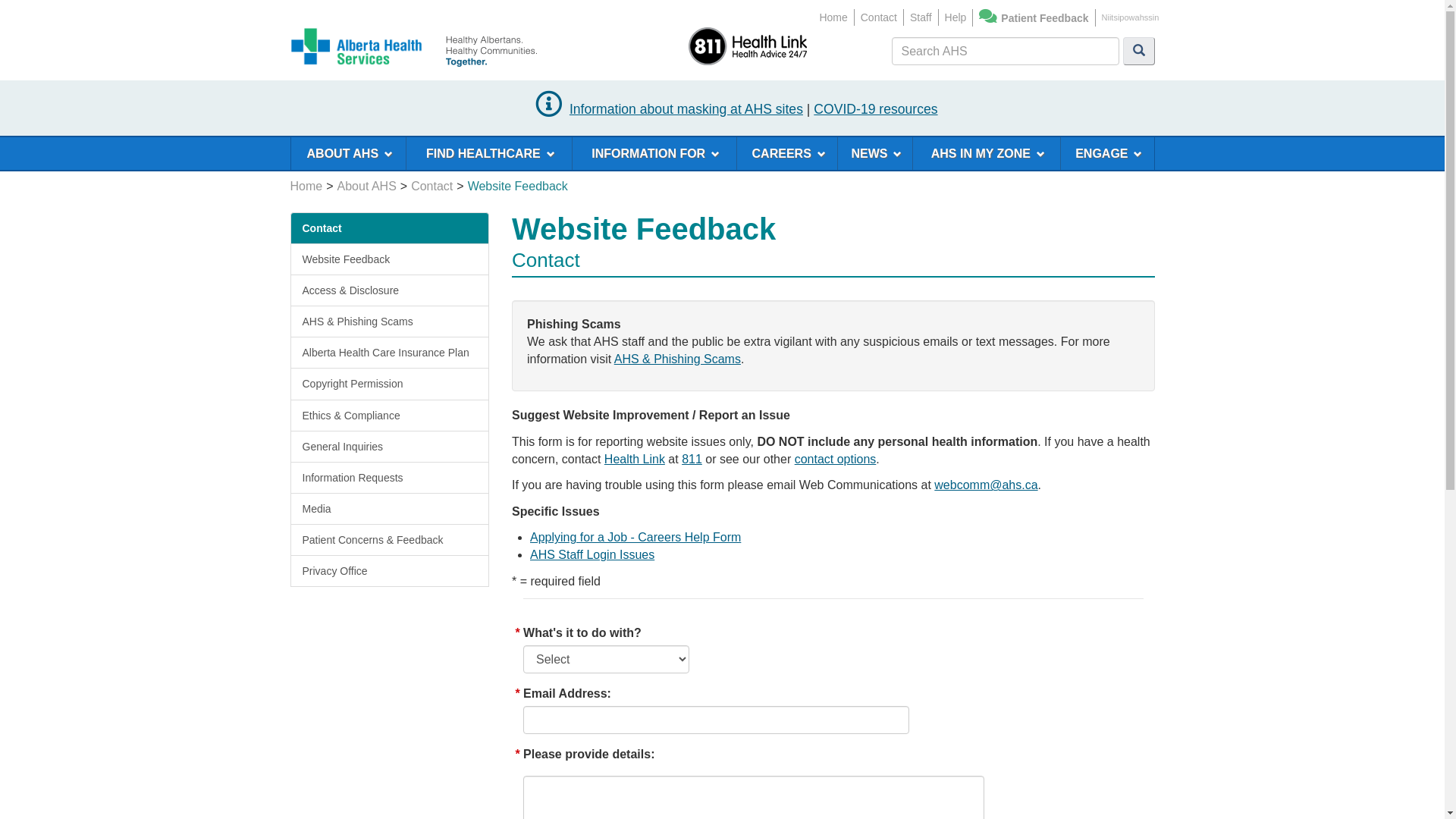 The image size is (1456, 819). Describe the element at coordinates (591, 554) in the screenshot. I see `'AHS Staff Login Issues'` at that location.